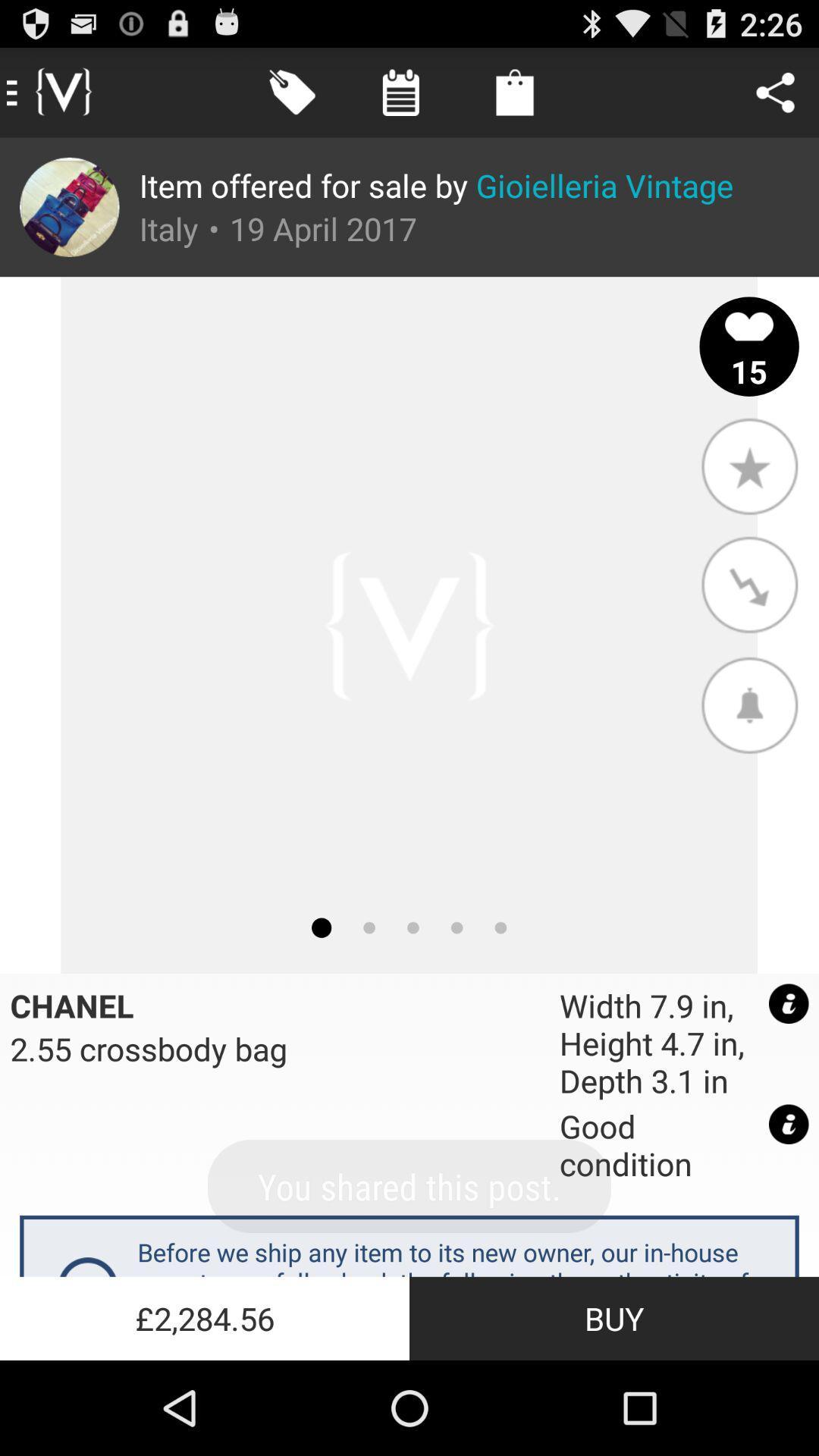 This screenshot has height=1456, width=819. I want to click on the app above the width 7 9 app, so click(748, 704).